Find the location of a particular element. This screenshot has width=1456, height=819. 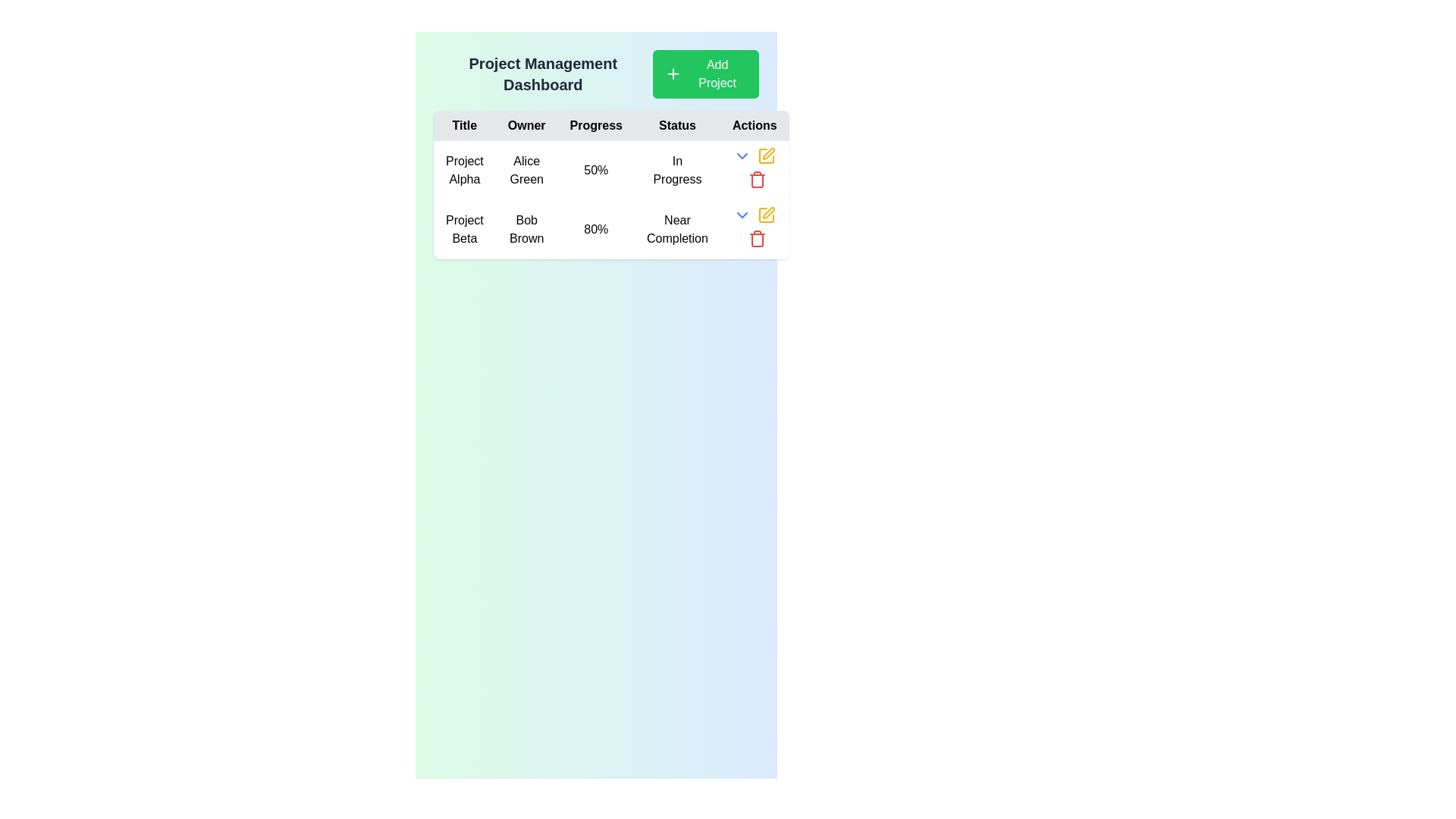

the trash can icon button located in the 'Actions' column for the row labeled 'Project Beta' is located at coordinates (755, 230).